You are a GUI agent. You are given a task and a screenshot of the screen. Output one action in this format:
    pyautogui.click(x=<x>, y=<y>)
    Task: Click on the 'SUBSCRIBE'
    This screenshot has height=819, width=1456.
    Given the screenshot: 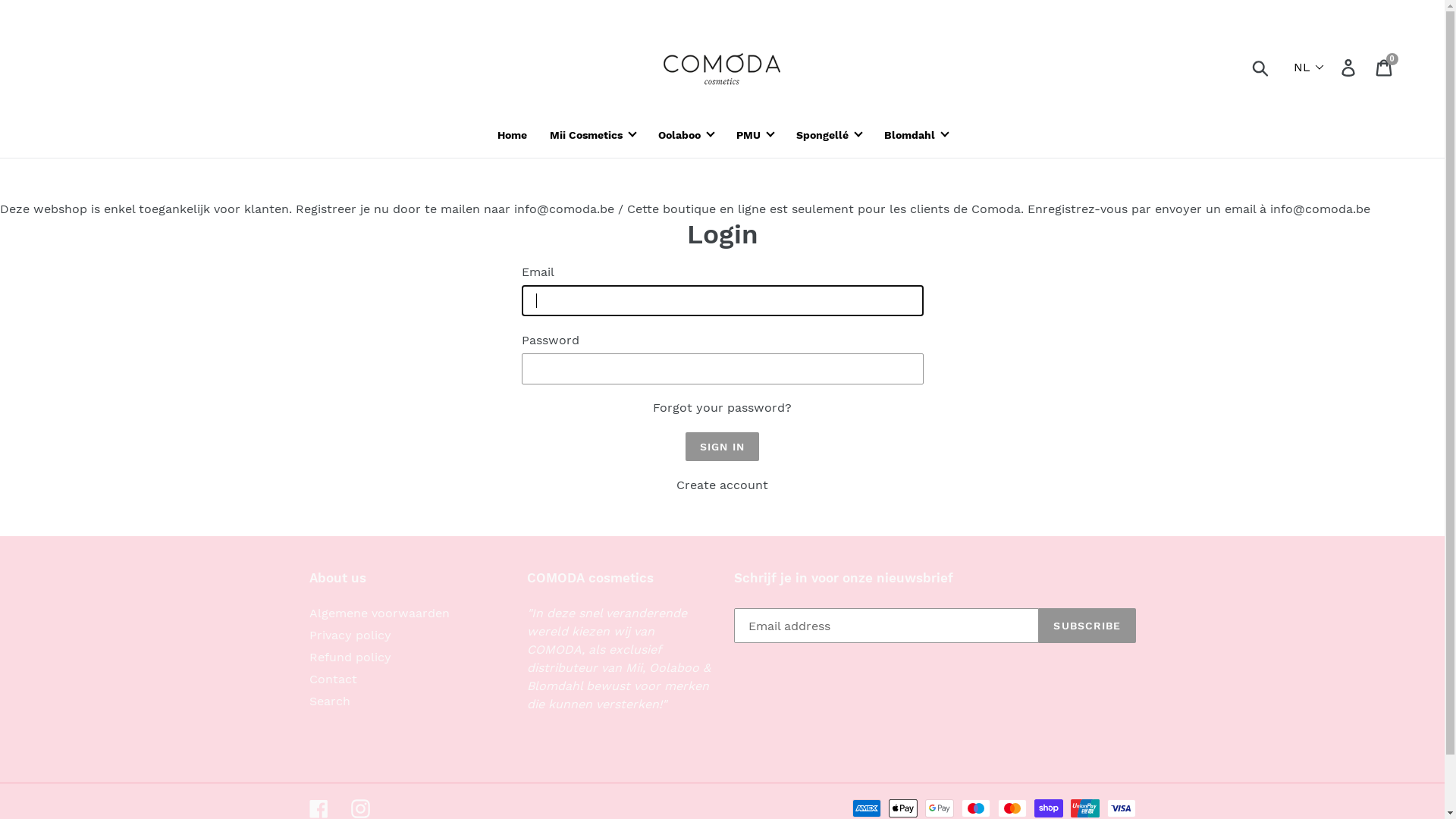 What is the action you would take?
    pyautogui.click(x=1086, y=626)
    